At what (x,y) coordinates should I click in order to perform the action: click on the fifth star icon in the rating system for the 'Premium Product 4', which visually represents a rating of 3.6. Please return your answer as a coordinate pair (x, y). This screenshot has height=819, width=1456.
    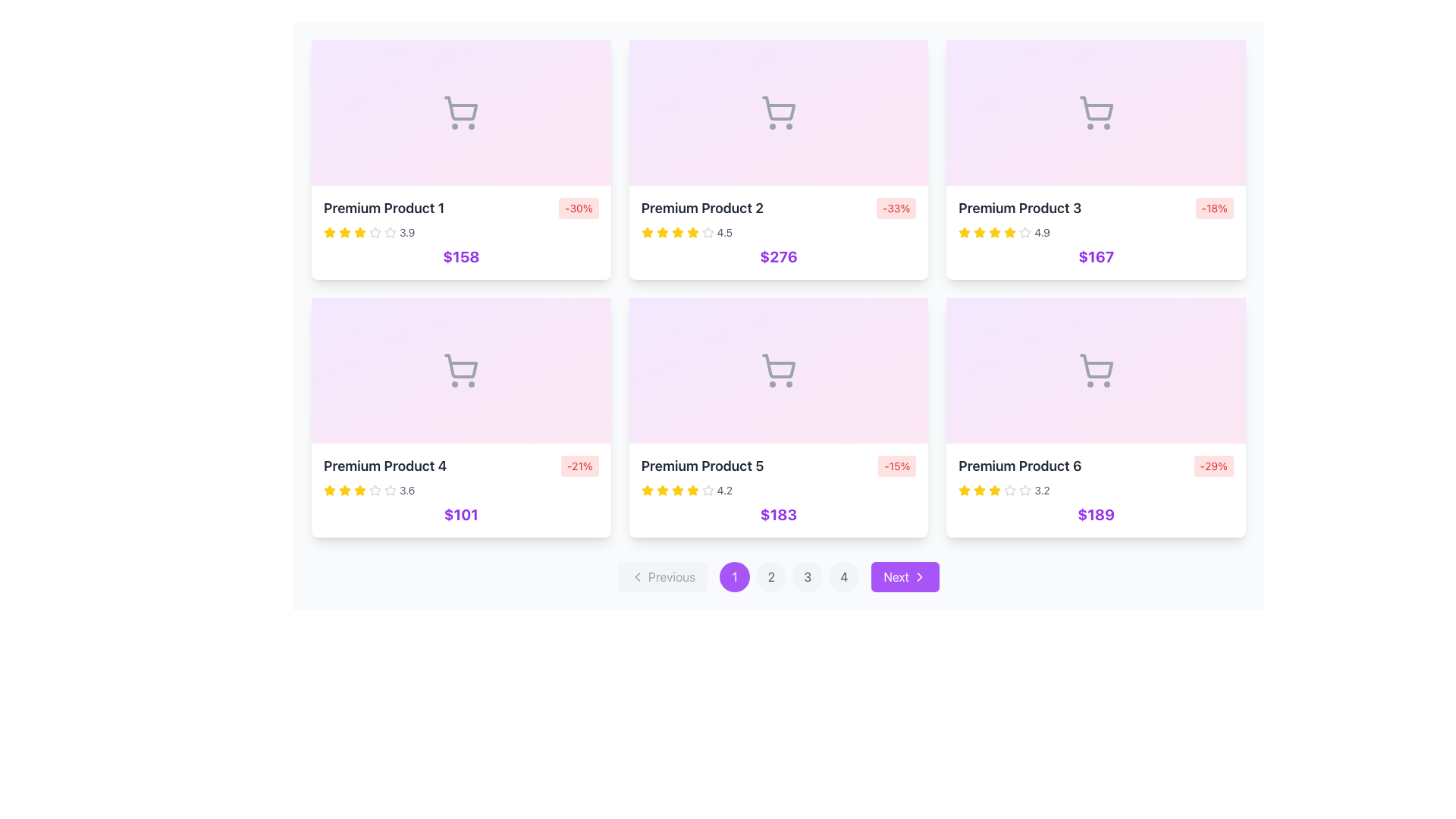
    Looking at the image, I should click on (359, 491).